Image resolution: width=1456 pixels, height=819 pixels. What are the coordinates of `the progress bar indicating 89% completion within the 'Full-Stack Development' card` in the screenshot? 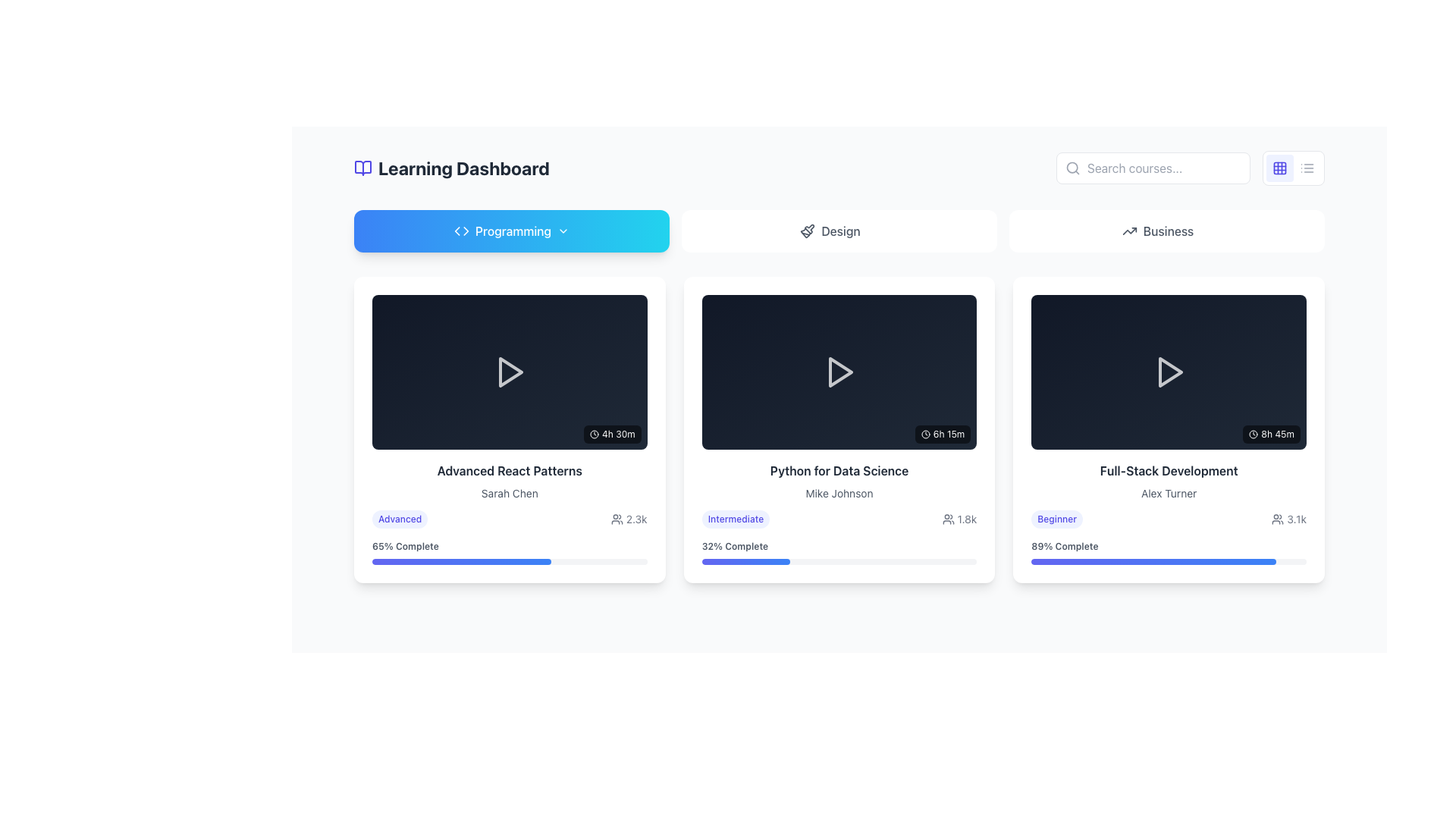 It's located at (1168, 551).